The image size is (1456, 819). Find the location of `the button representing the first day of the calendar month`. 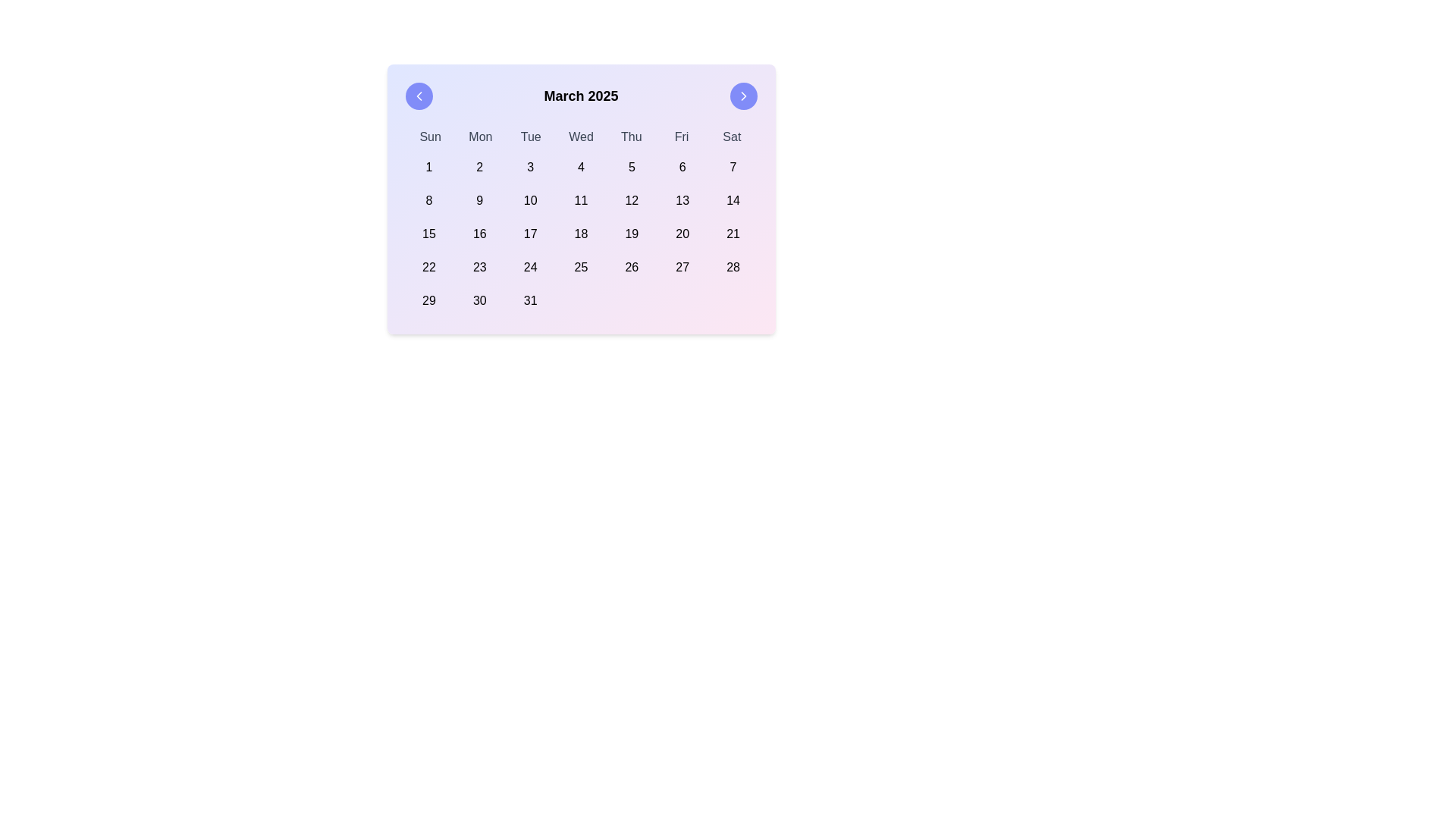

the button representing the first day of the calendar month is located at coordinates (428, 167).